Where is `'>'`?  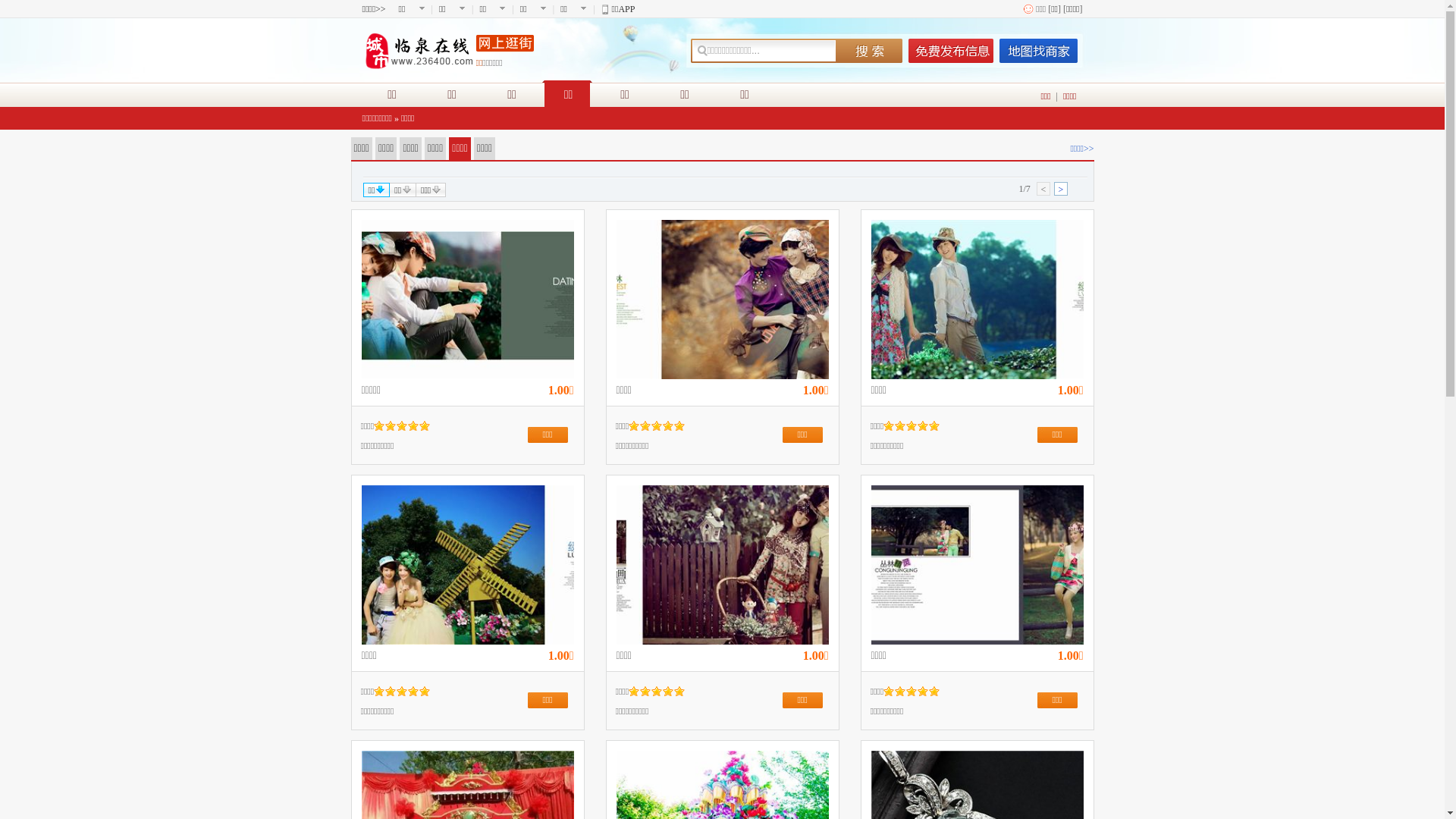
'>' is located at coordinates (1059, 188).